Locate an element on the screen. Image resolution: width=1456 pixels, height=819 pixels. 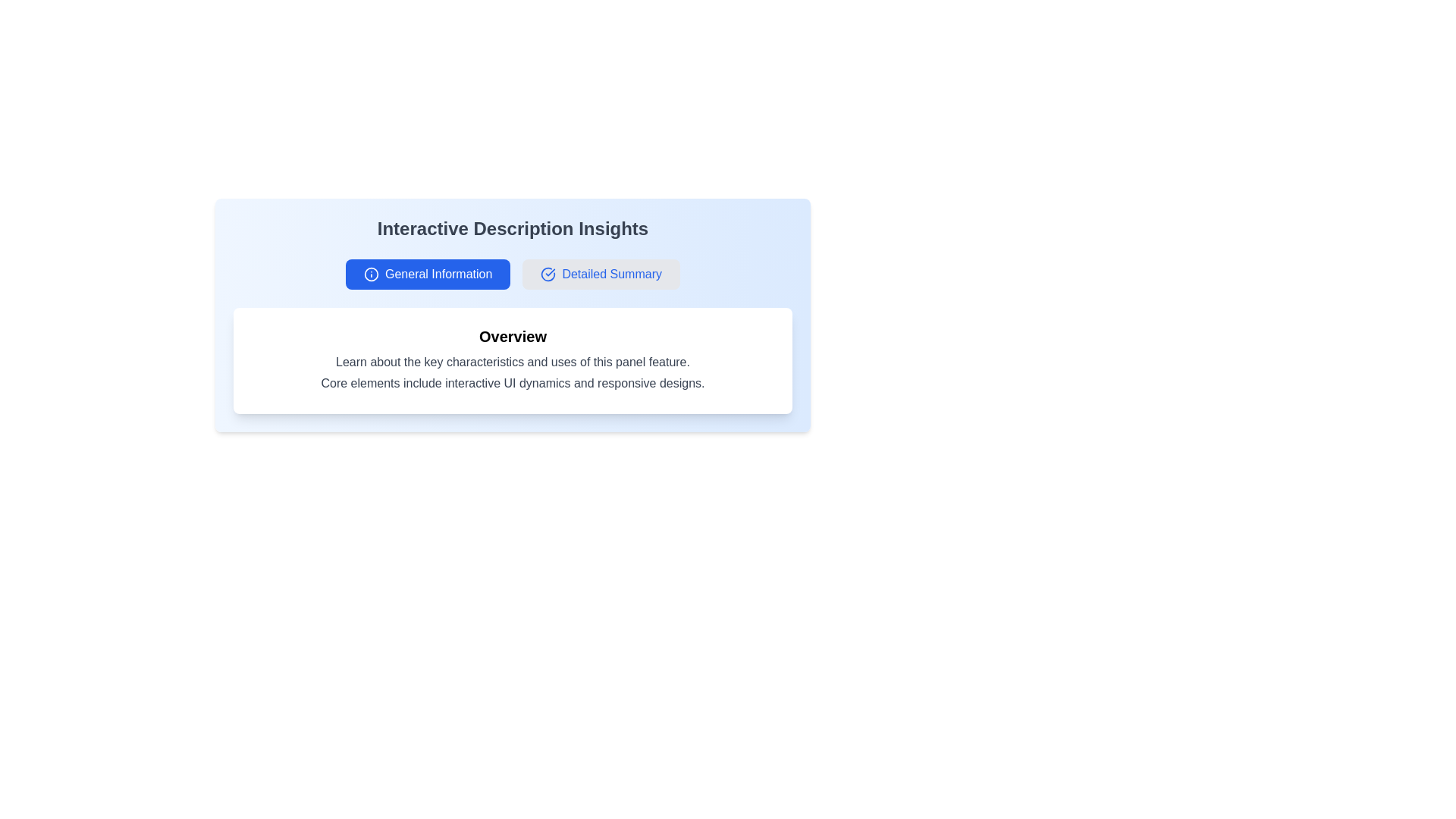
the navigational button located next to the 'General Information' button is located at coordinates (601, 275).